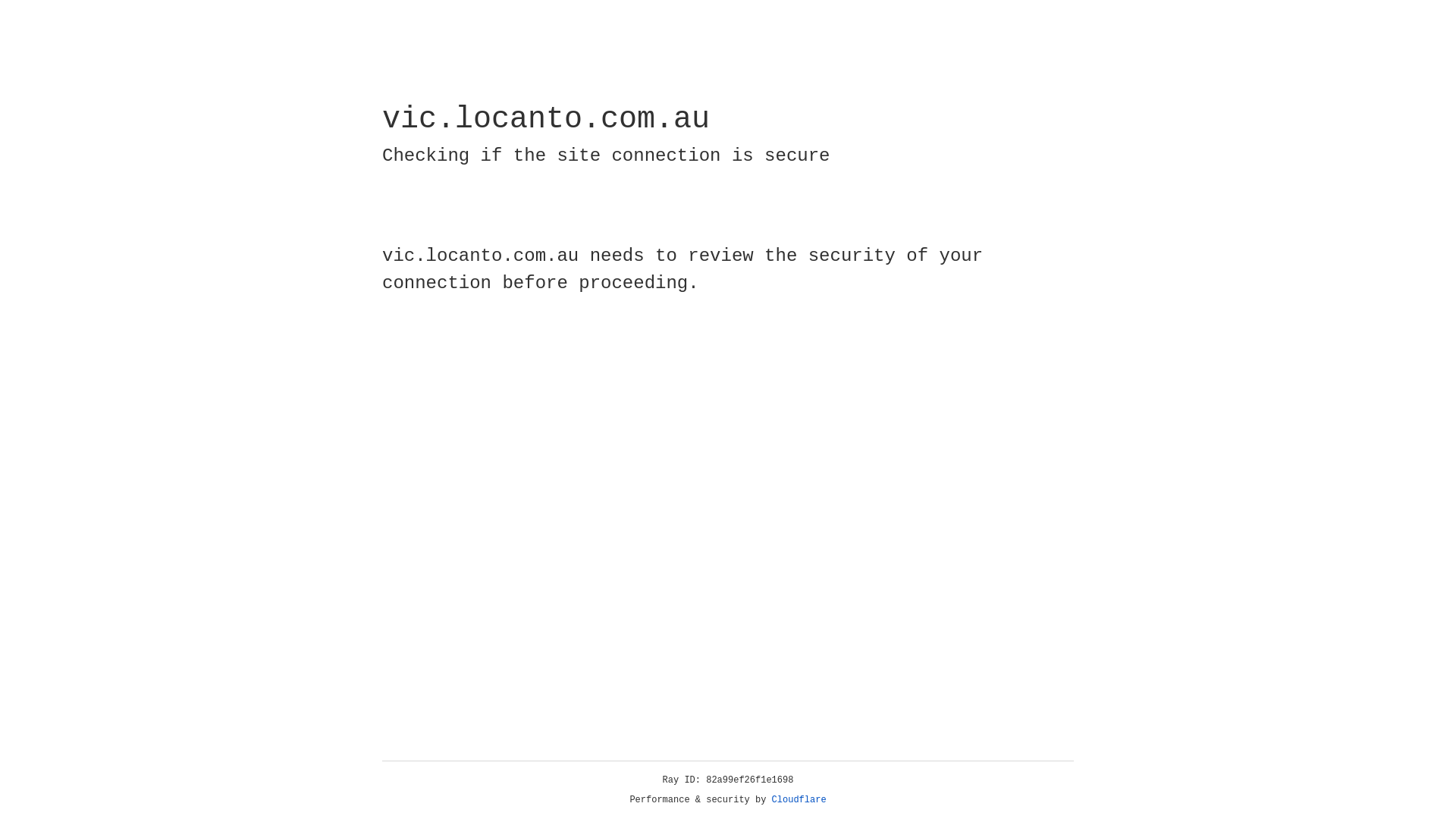 This screenshot has width=1456, height=819. I want to click on 'Cloudflare', so click(799, 799).